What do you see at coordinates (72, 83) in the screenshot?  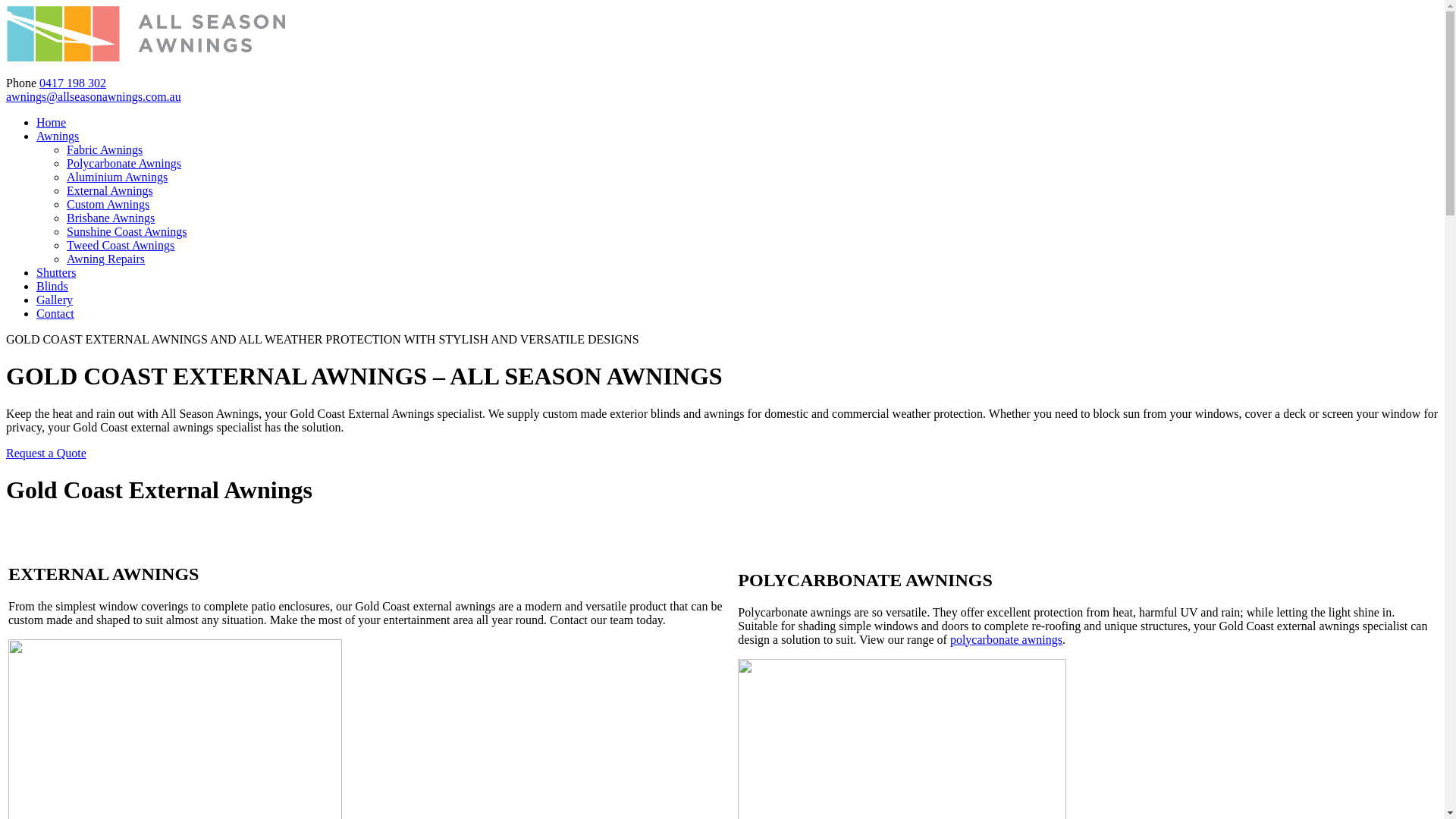 I see `'0417 198 302'` at bounding box center [72, 83].